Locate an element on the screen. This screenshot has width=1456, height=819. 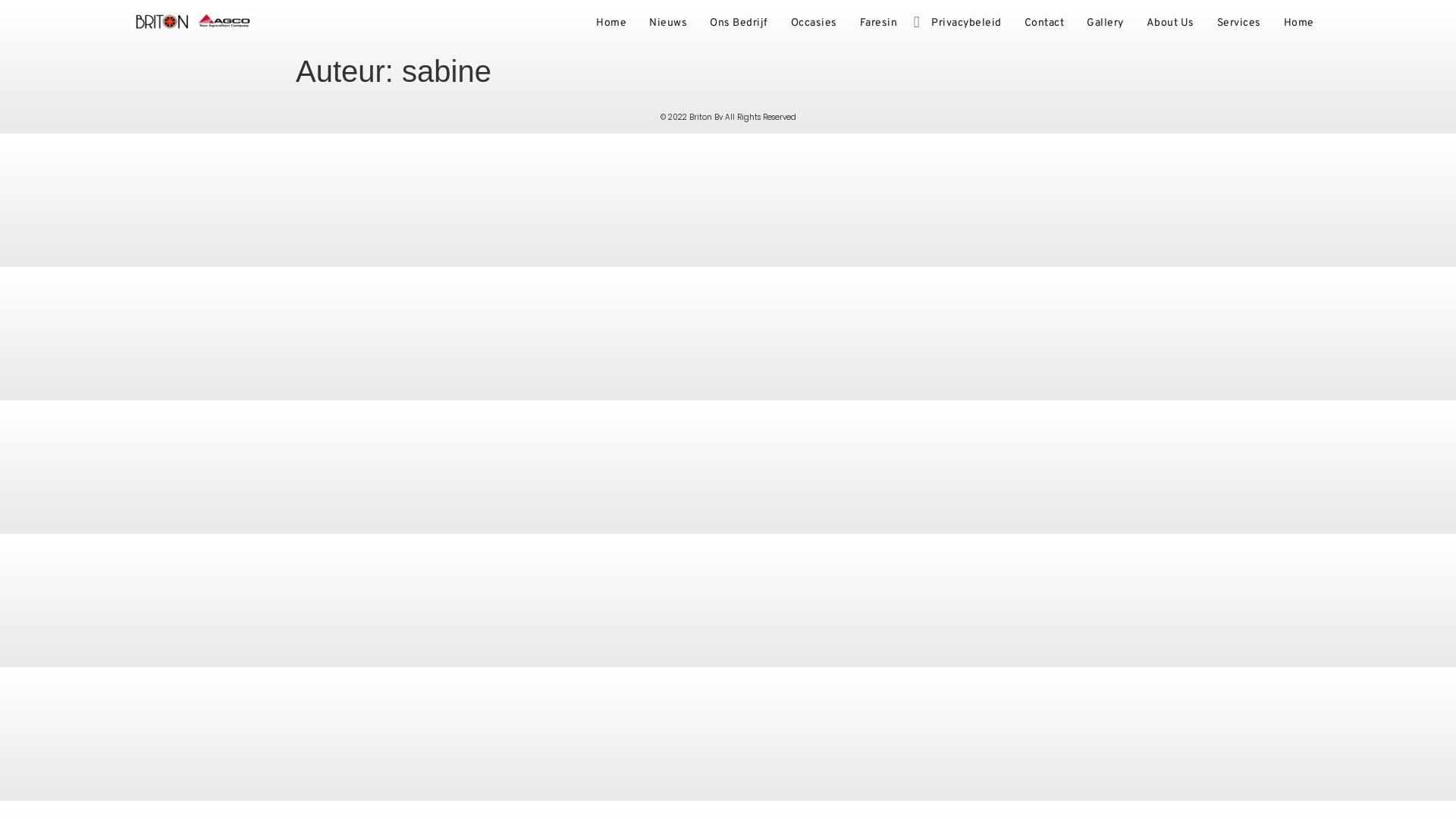
'Privacybeleid' is located at coordinates (919, 23).